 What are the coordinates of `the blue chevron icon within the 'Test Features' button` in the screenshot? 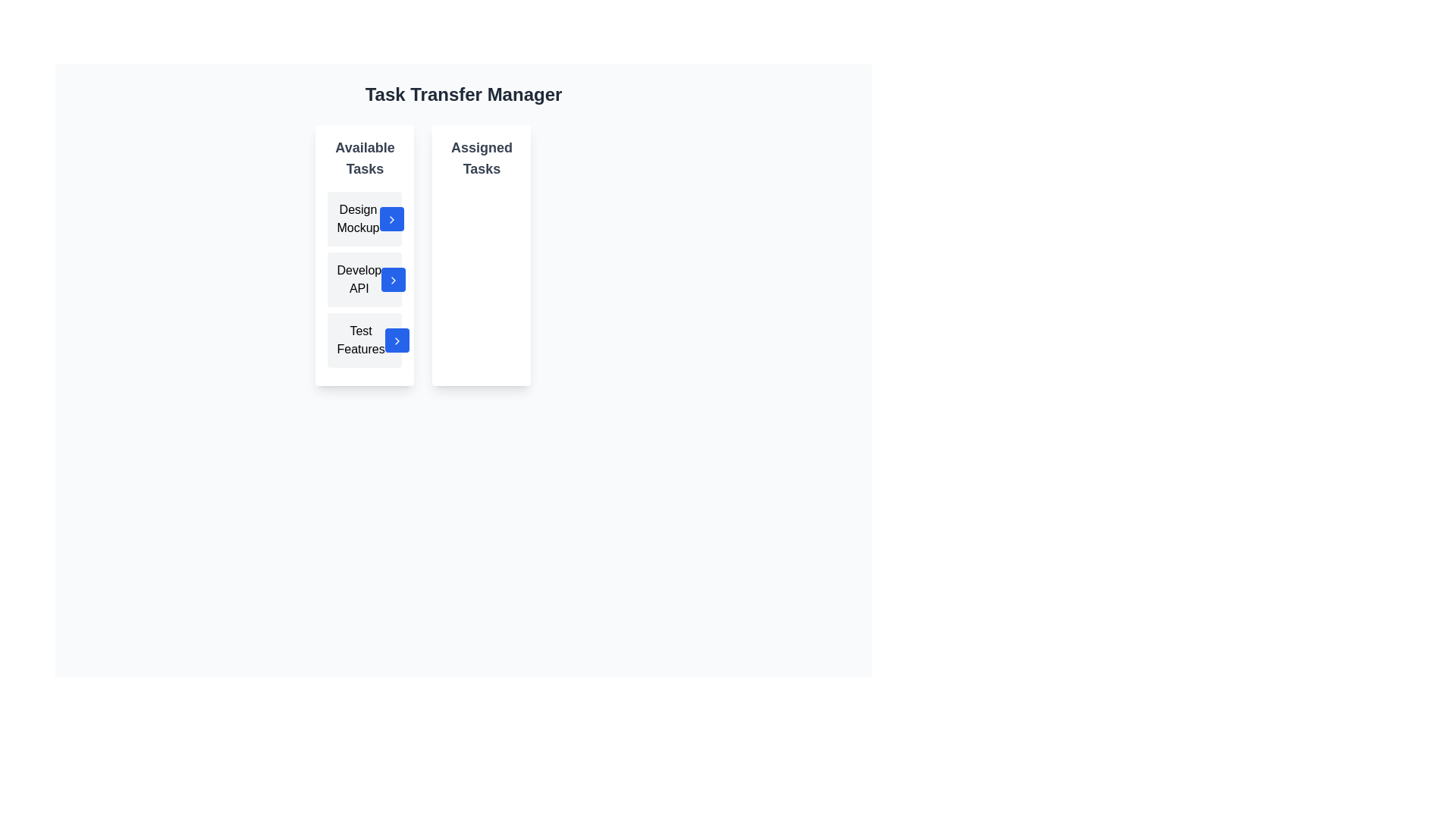 It's located at (397, 340).